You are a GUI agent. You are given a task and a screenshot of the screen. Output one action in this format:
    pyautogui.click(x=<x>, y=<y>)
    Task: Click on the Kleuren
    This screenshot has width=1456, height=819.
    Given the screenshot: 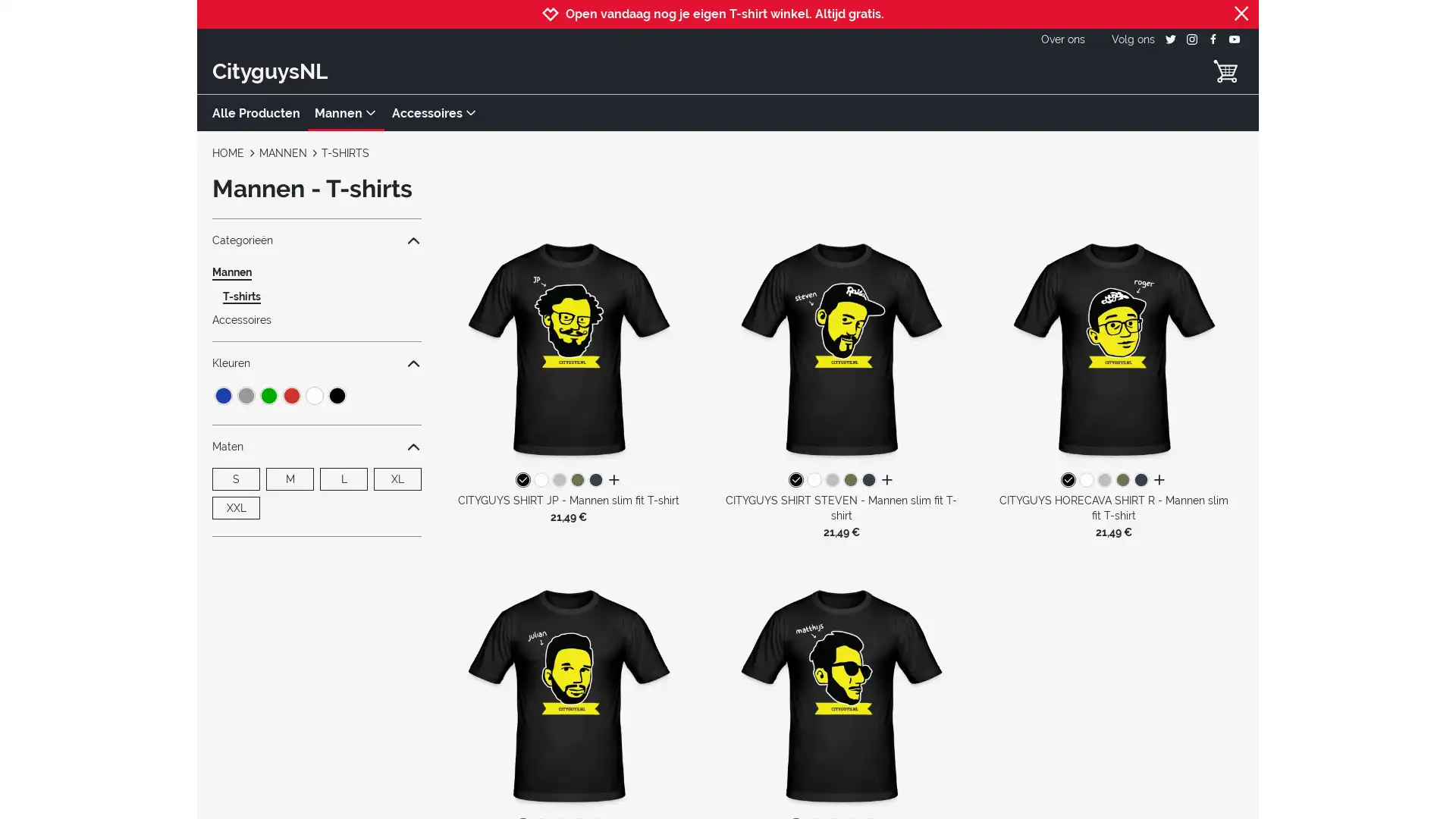 What is the action you would take?
    pyautogui.click(x=315, y=362)
    